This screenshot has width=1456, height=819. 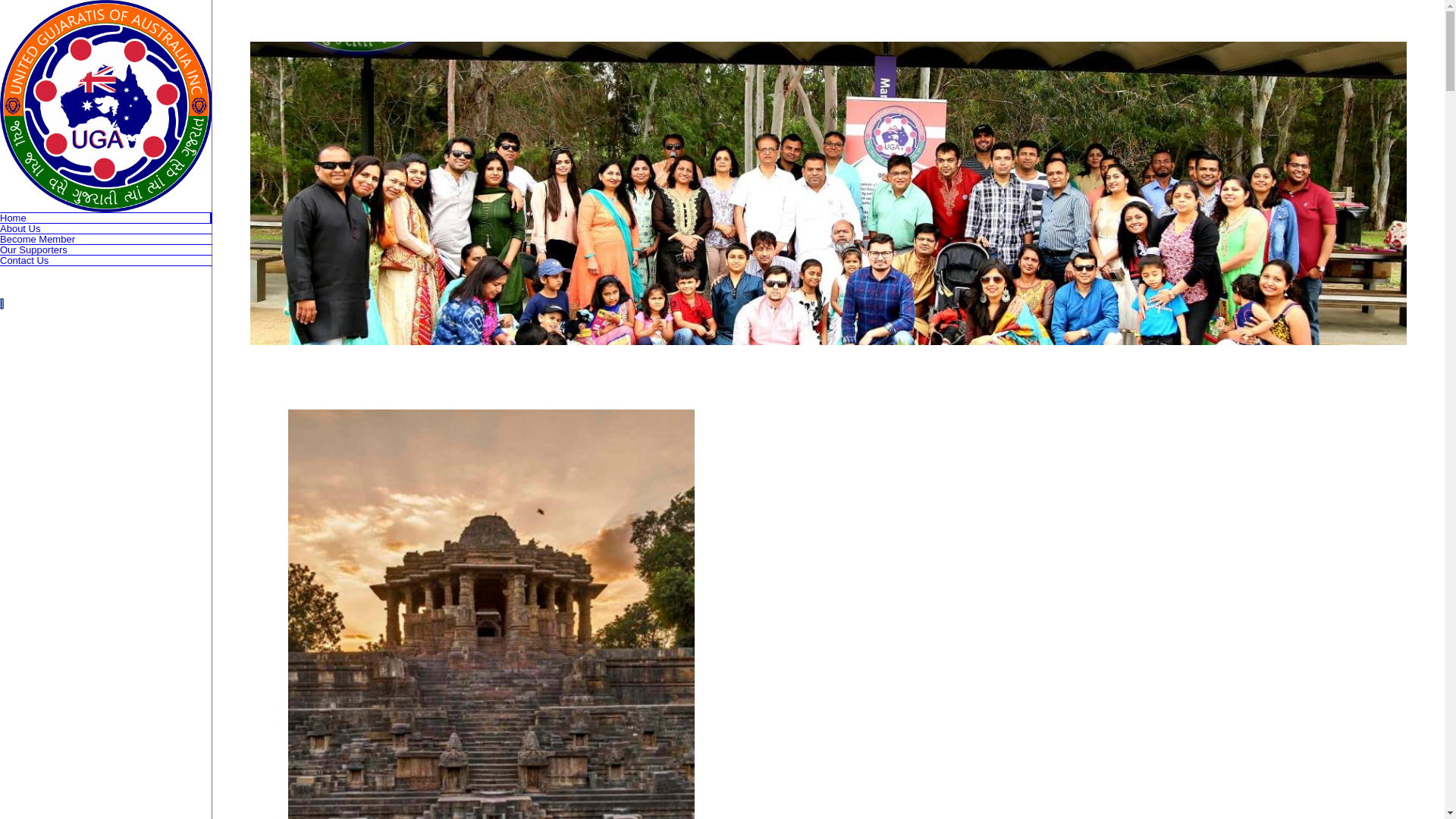 What do you see at coordinates (105, 218) in the screenshot?
I see `'Home'` at bounding box center [105, 218].